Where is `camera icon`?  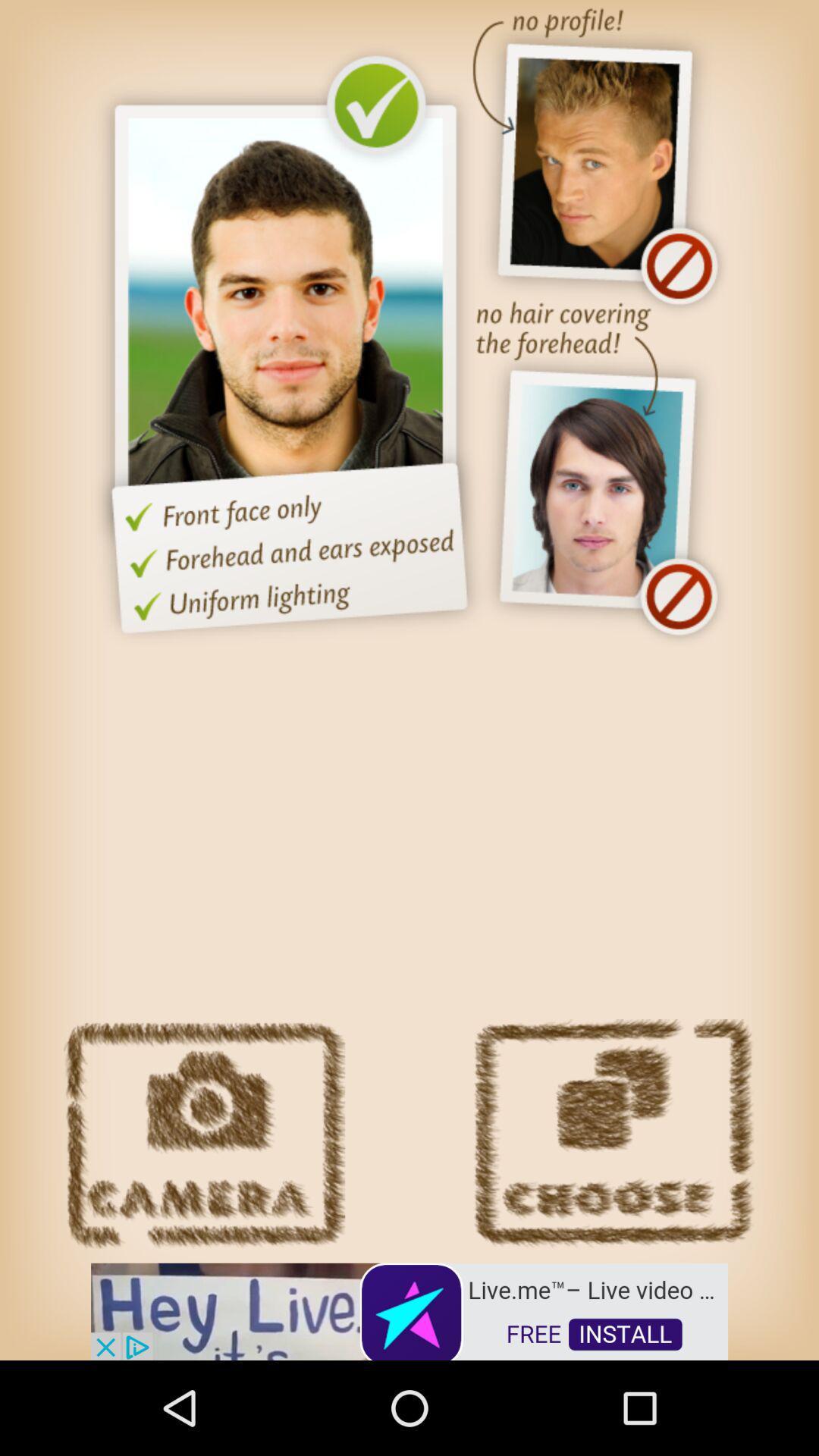 camera icon is located at coordinates (203, 1134).